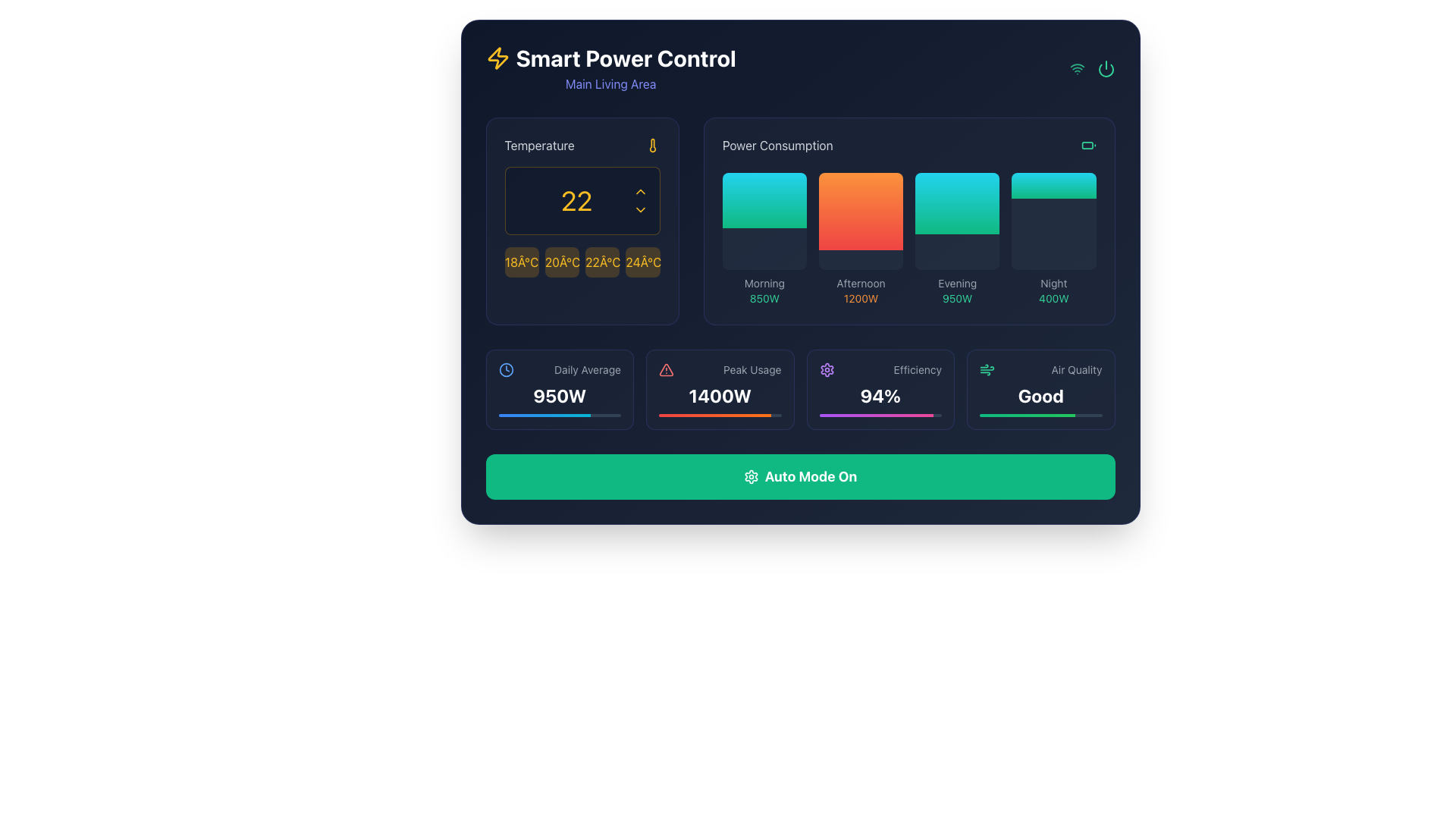 The image size is (1456, 819). What do you see at coordinates (719, 415) in the screenshot?
I see `the Progress bar located at the bottom of the Peak Usage card, which visually represents the peak usage level and is situated directly below the text '1400W'` at bounding box center [719, 415].